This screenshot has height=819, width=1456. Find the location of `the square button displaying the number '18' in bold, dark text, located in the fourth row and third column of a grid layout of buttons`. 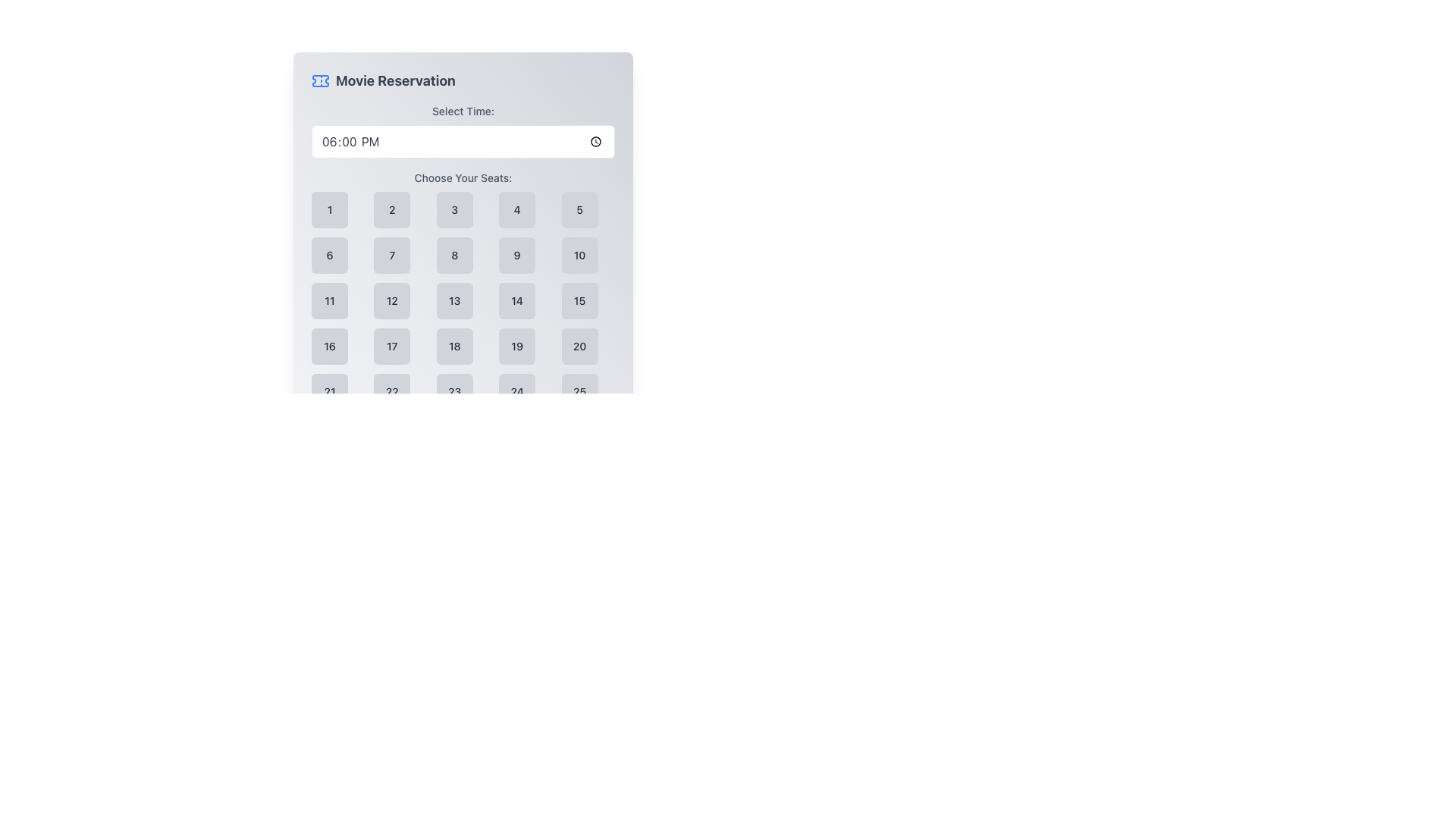

the square button displaying the number '18' in bold, dark text, located in the fourth row and third column of a grid layout of buttons is located at coordinates (453, 346).